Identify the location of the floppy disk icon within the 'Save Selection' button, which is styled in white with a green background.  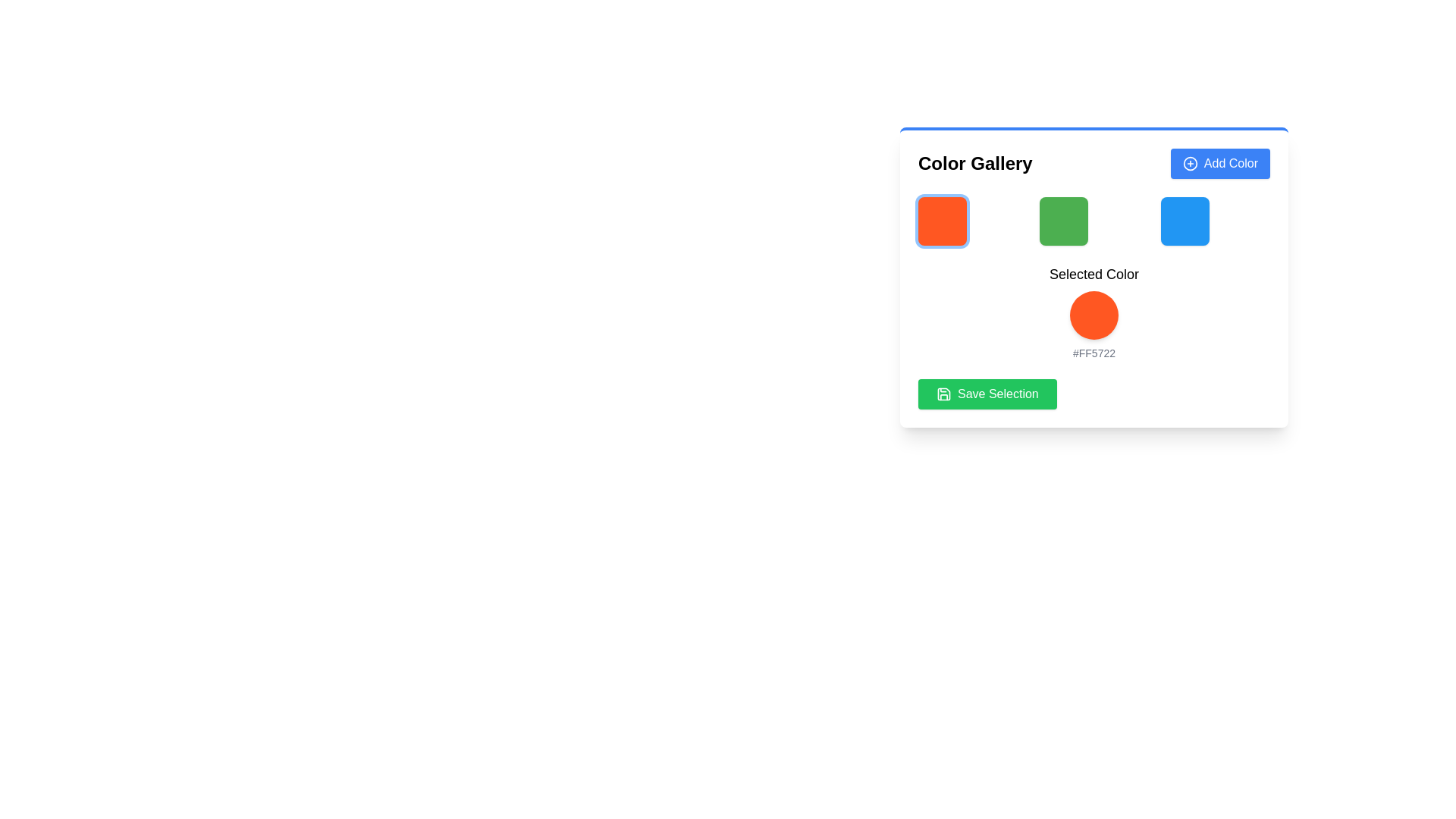
(943, 394).